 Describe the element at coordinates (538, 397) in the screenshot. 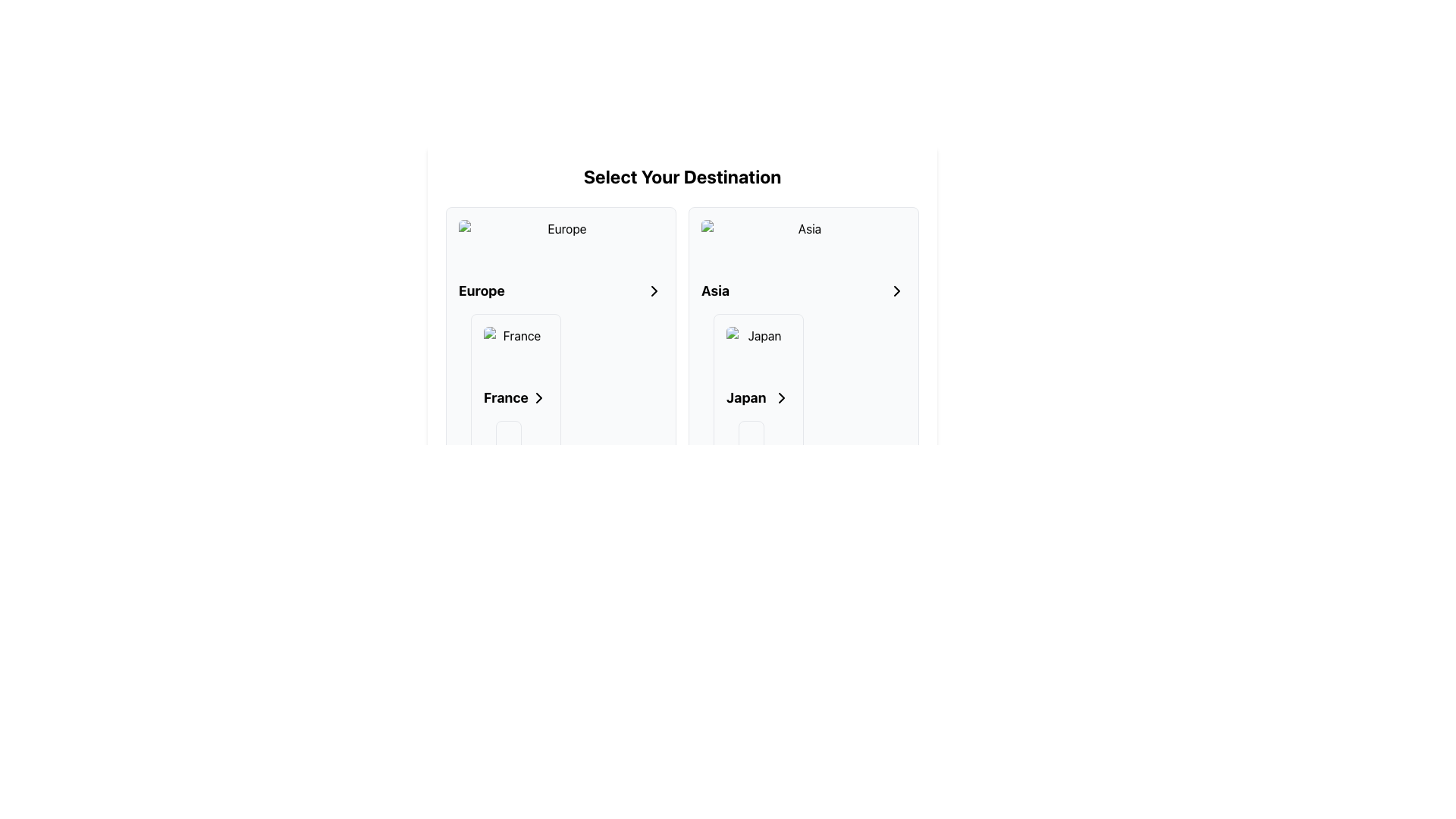

I see `the right-pointing chevron arrow icon located next to the text label 'France' under the 'Europe' section, indicating an expandable option` at that location.